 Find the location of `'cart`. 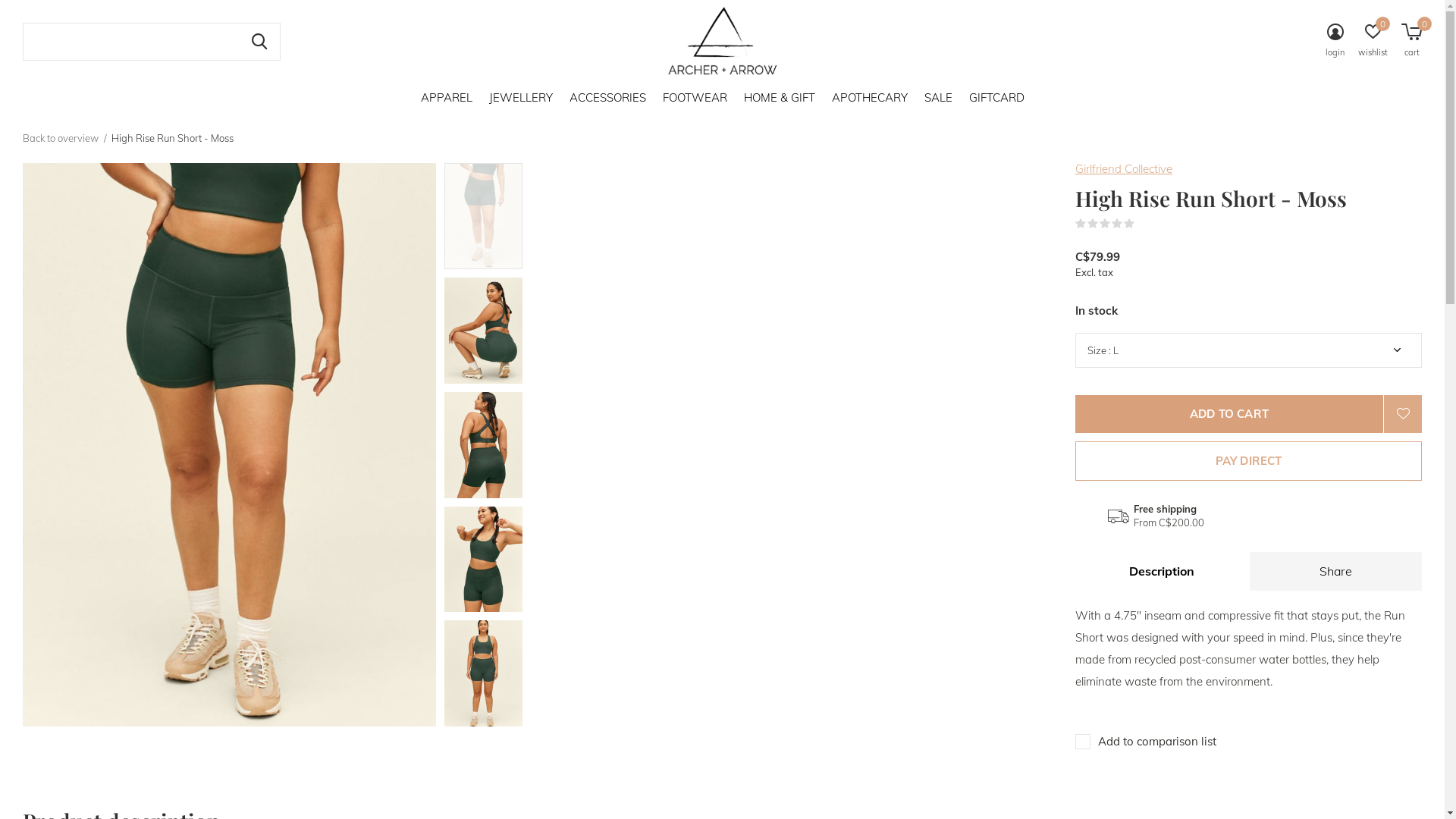

'cart is located at coordinates (1401, 42).